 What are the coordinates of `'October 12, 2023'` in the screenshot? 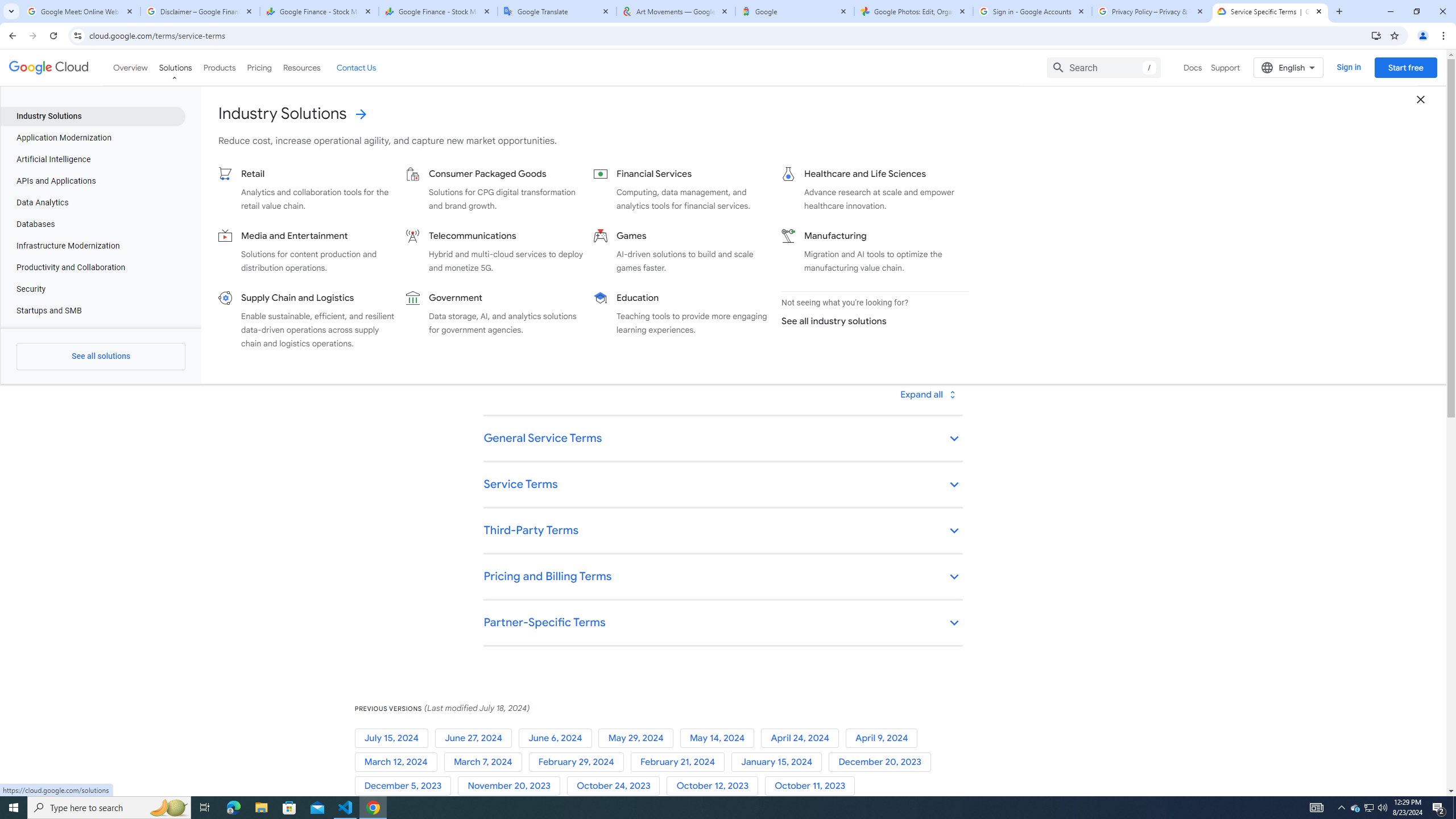 It's located at (715, 786).